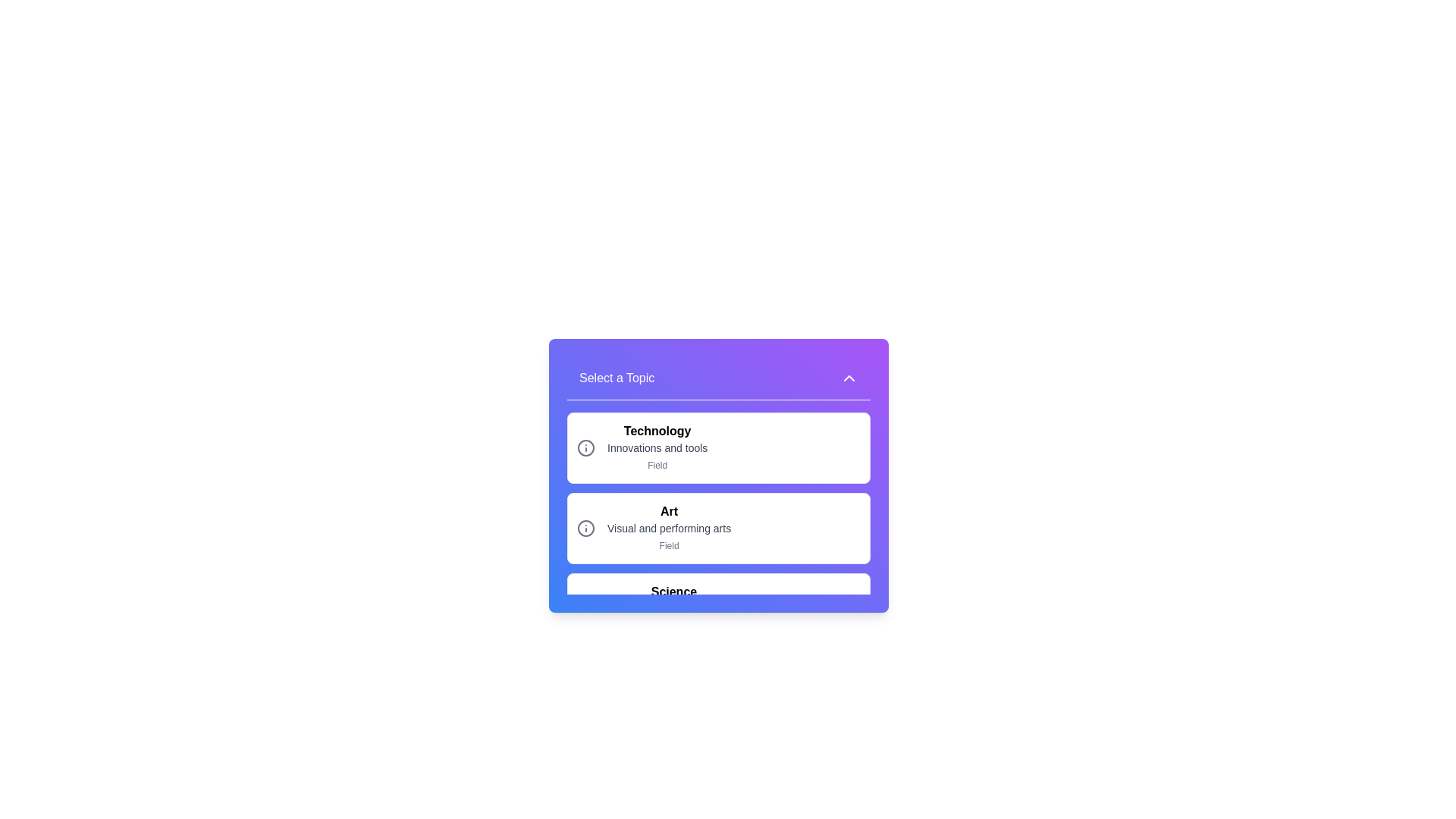 Image resolution: width=1456 pixels, height=819 pixels. I want to click on the decorative icon related to the 'Technology' topic within the 'Select a Topic' panel, so click(585, 447).